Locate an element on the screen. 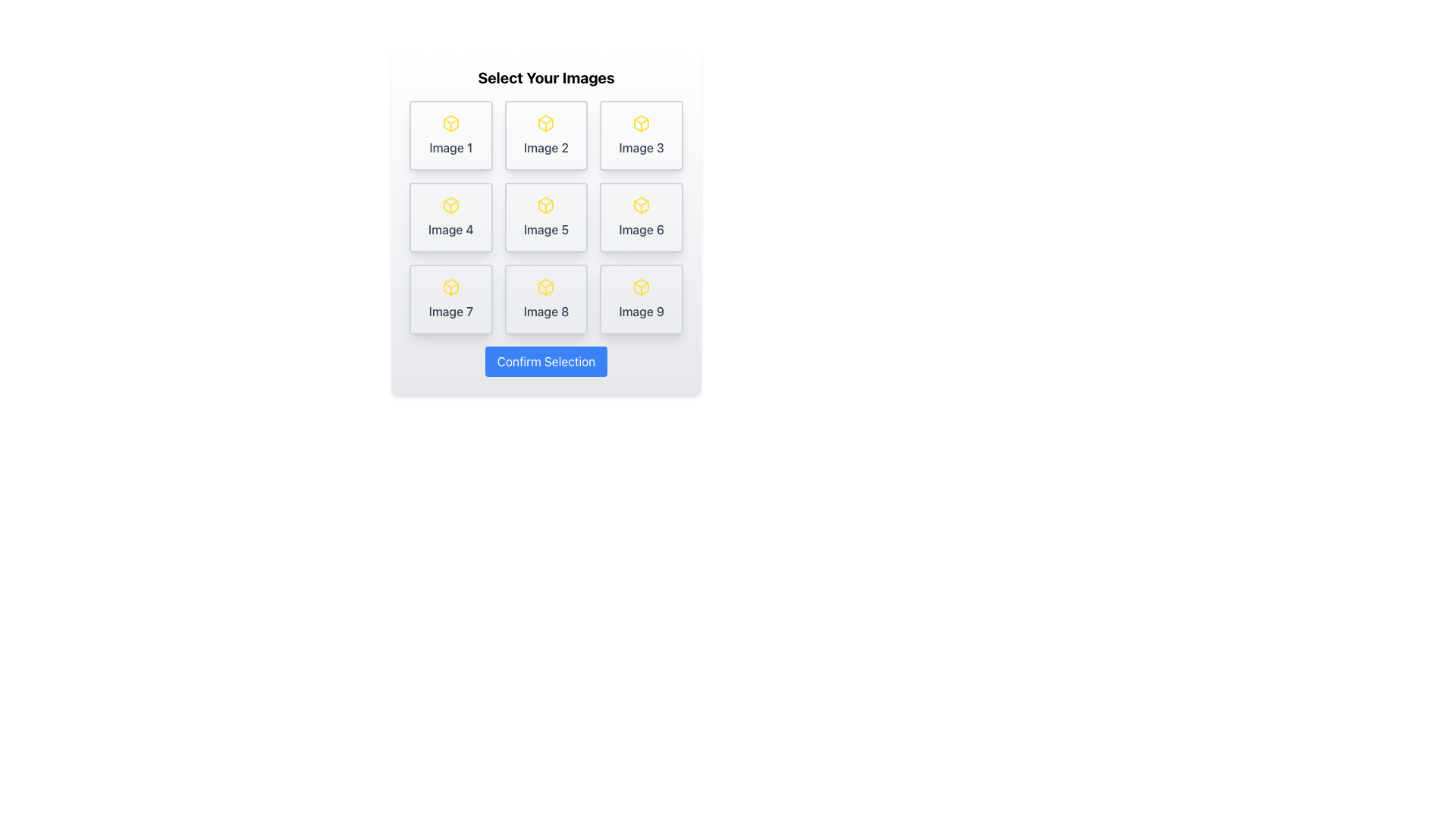 The image size is (1456, 819). the SVG icon resembling a cube with a yellow stroke color, located at the center of the 'Image 5' card in a 3x3 grid layout is located at coordinates (546, 205).